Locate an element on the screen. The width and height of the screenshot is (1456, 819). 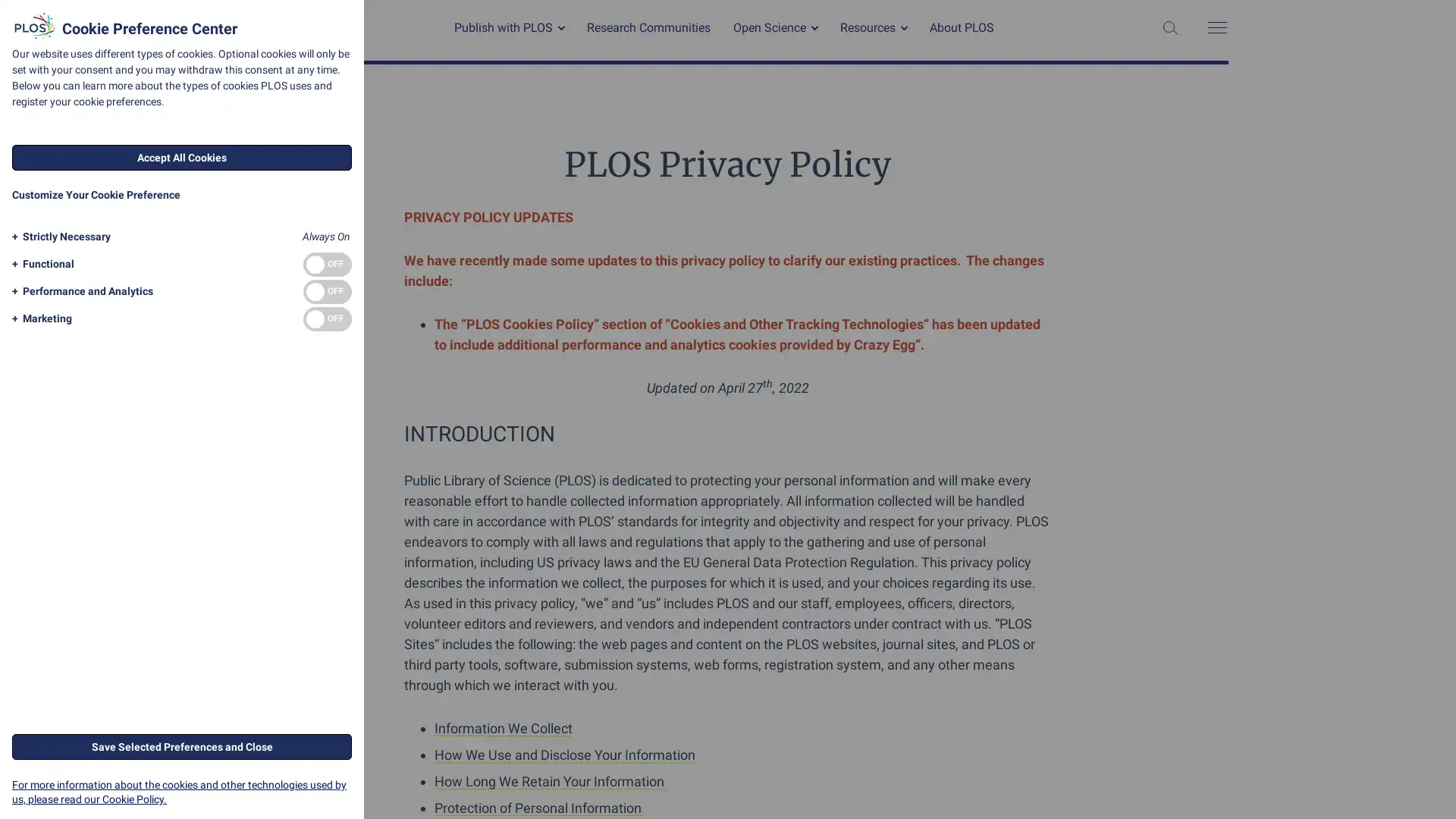
Toggle explanation of Functional Cookies. is located at coordinates (40, 263).